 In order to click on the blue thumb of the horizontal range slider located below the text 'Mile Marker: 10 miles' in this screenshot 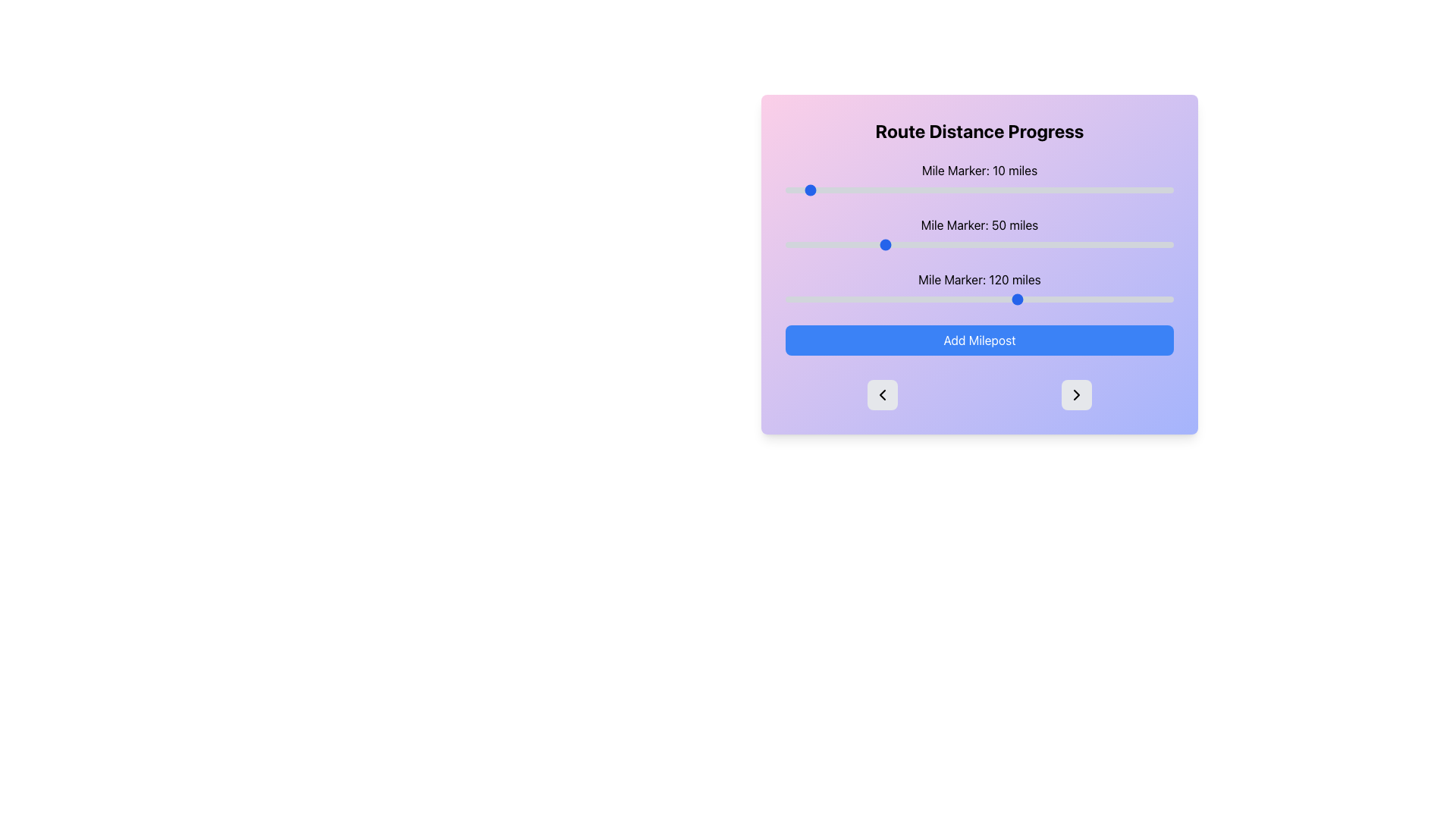, I will do `click(979, 189)`.